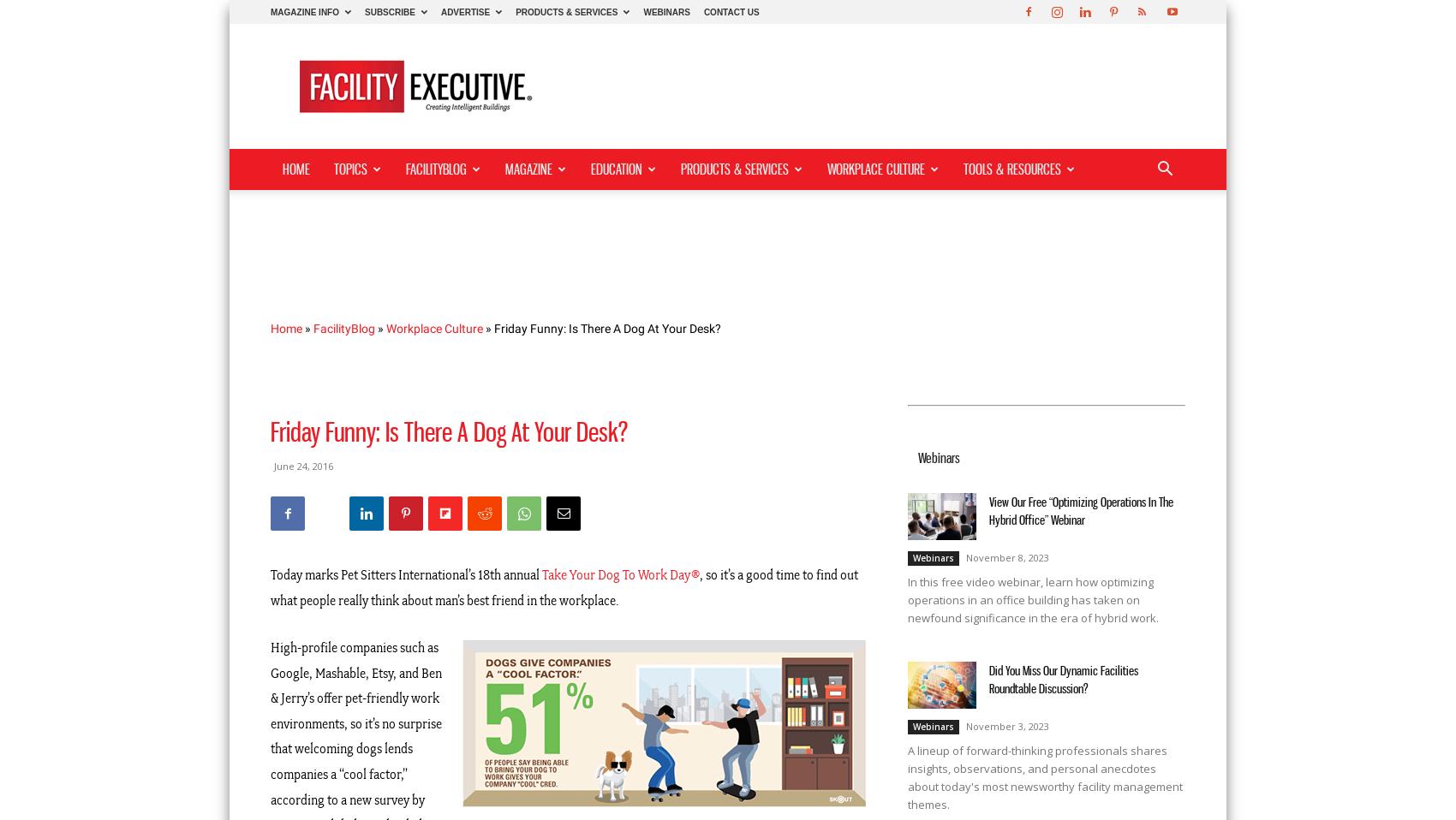 This screenshot has height=820, width=1456. I want to click on 'High-profile companies such as Google, Mashable, Etsy, and Ben & Jerry’s offer pet-friendly work environments, so it’s no surprise that welcoming dogs lends companies a “cool factor,” according to a new survey by', so click(355, 722).